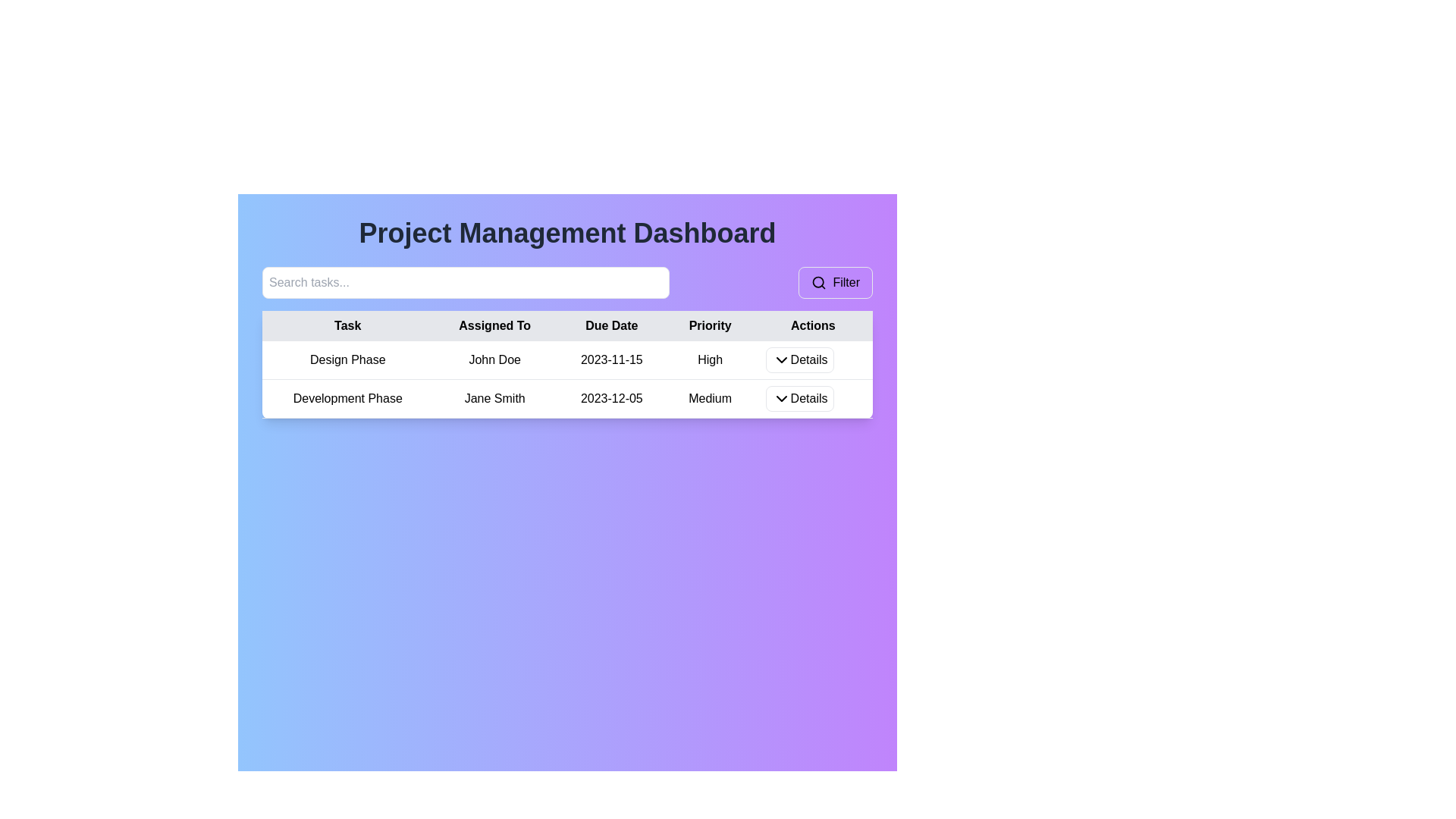  I want to click on the Text header element located at the top of the dashboard, which serves as the title and provides context about the page, so click(566, 234).